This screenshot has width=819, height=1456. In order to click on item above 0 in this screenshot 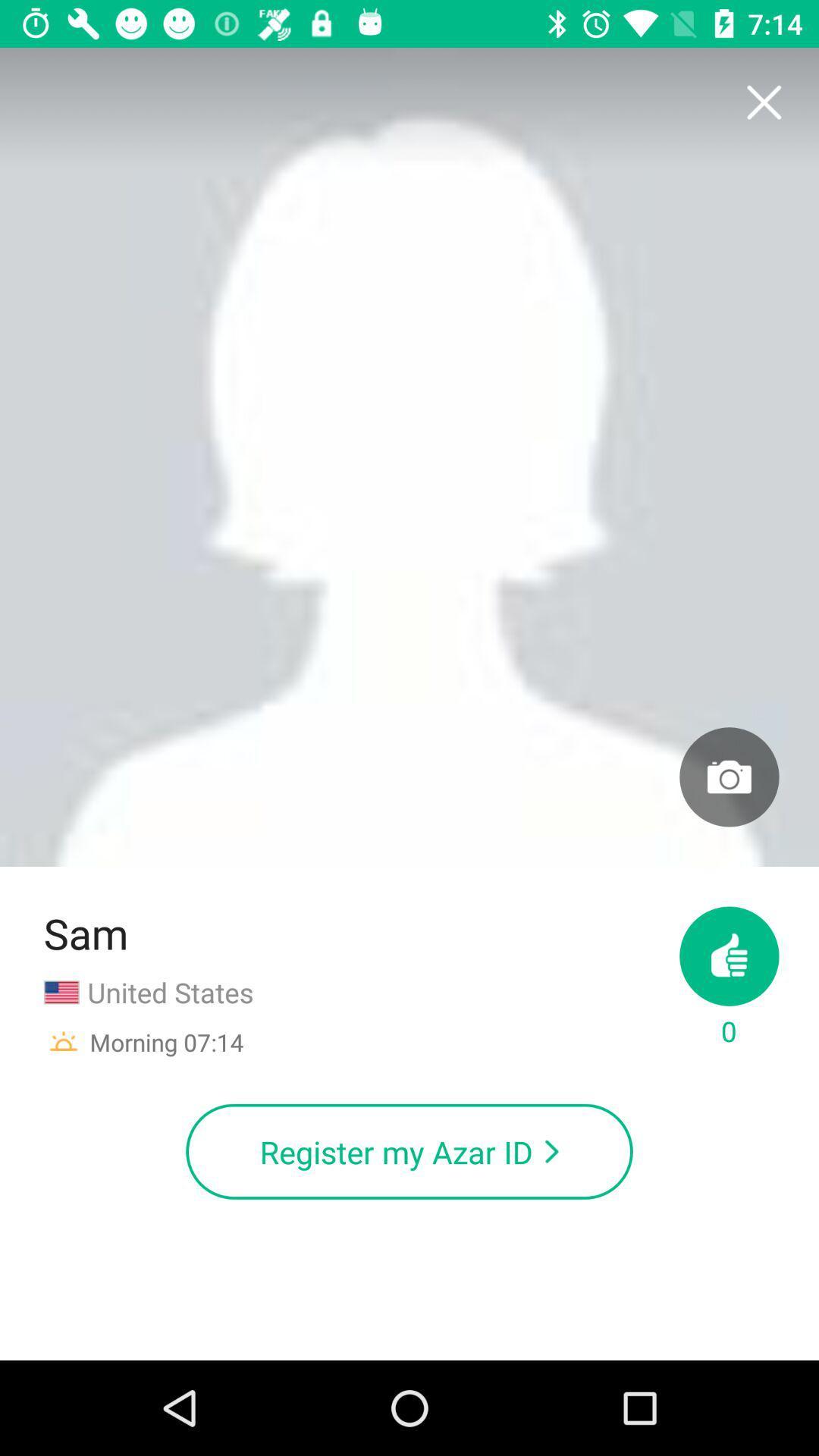, I will do `click(728, 777)`.